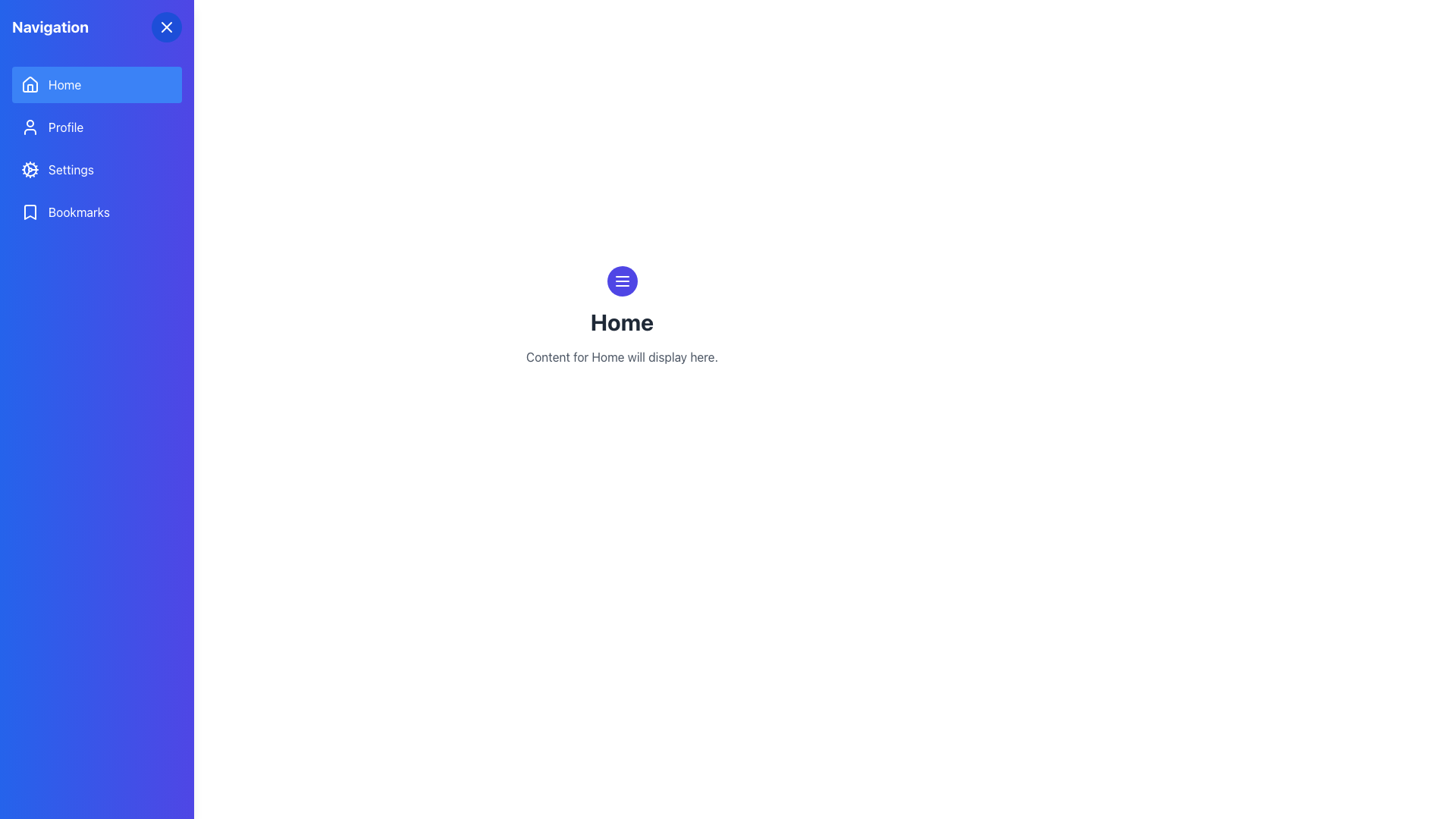  Describe the element at coordinates (30, 84) in the screenshot. I see `the roof portion of the 'home' icon, which represents the 'Home' page in the navigation menu on the left sidebar` at that location.